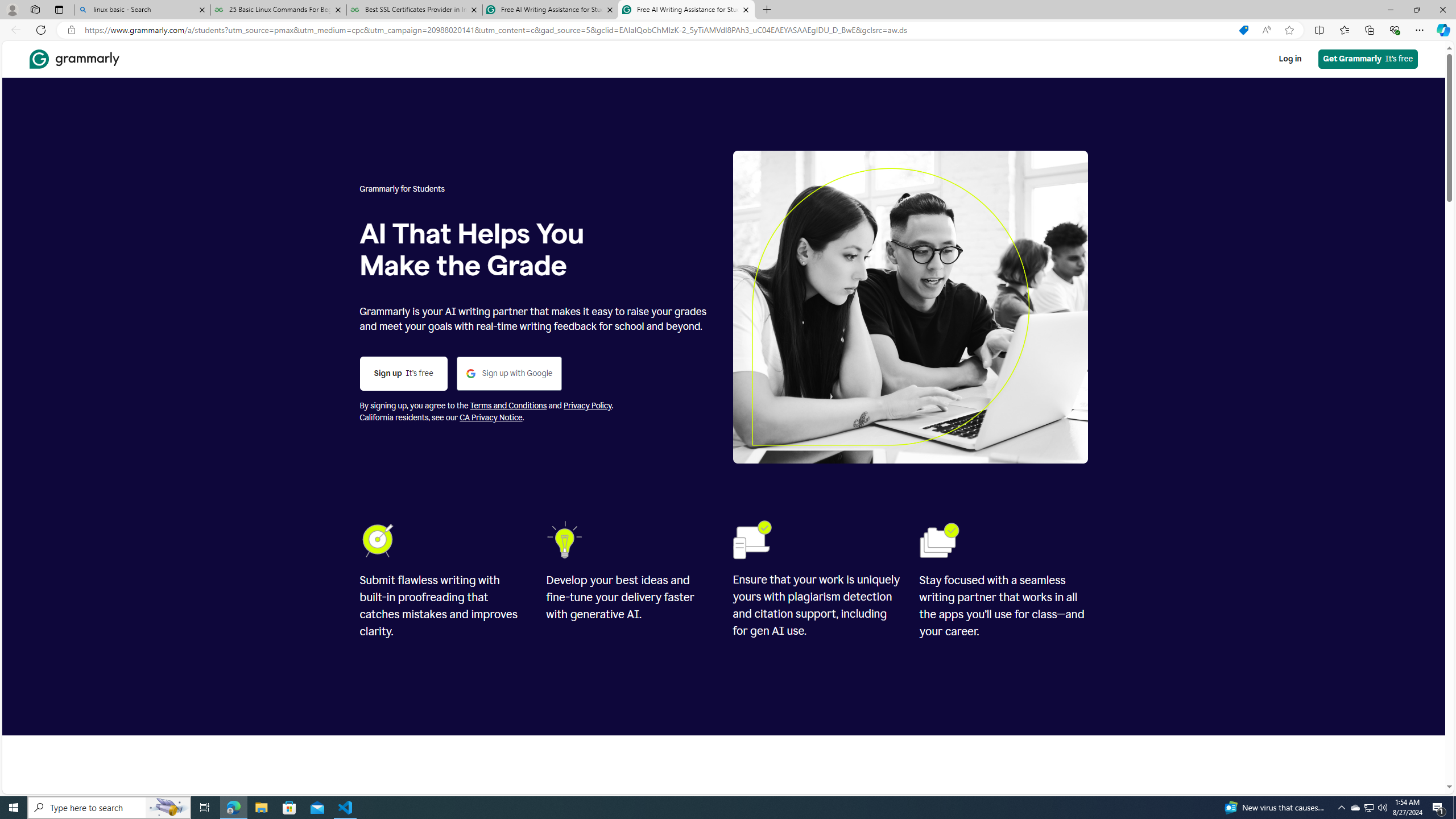 This screenshot has height=819, width=1456. What do you see at coordinates (74, 59) in the screenshot?
I see `'Grammarly Home'` at bounding box center [74, 59].